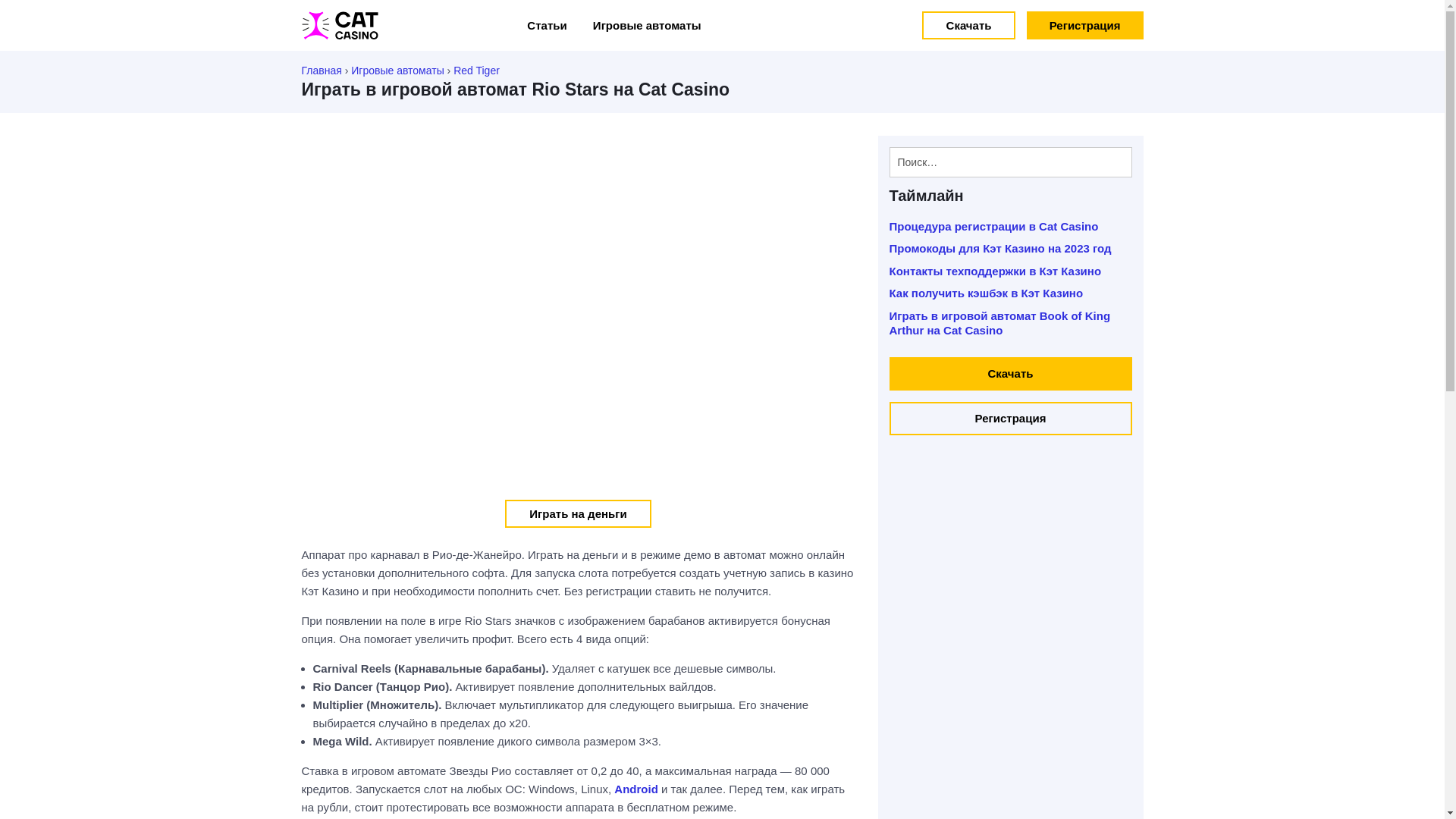 Image resolution: width=1456 pixels, height=819 pixels. What do you see at coordinates (475, 70) in the screenshot?
I see `'Red Tiger'` at bounding box center [475, 70].